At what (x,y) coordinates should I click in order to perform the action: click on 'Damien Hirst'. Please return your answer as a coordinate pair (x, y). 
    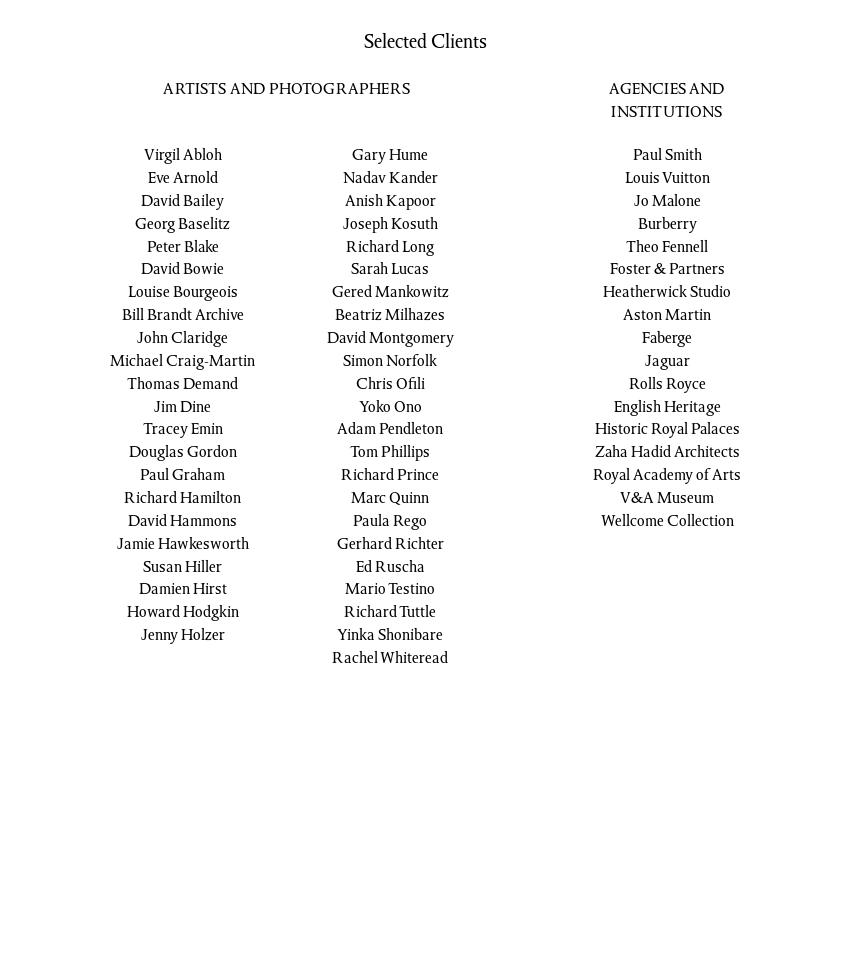
    Looking at the image, I should click on (138, 590).